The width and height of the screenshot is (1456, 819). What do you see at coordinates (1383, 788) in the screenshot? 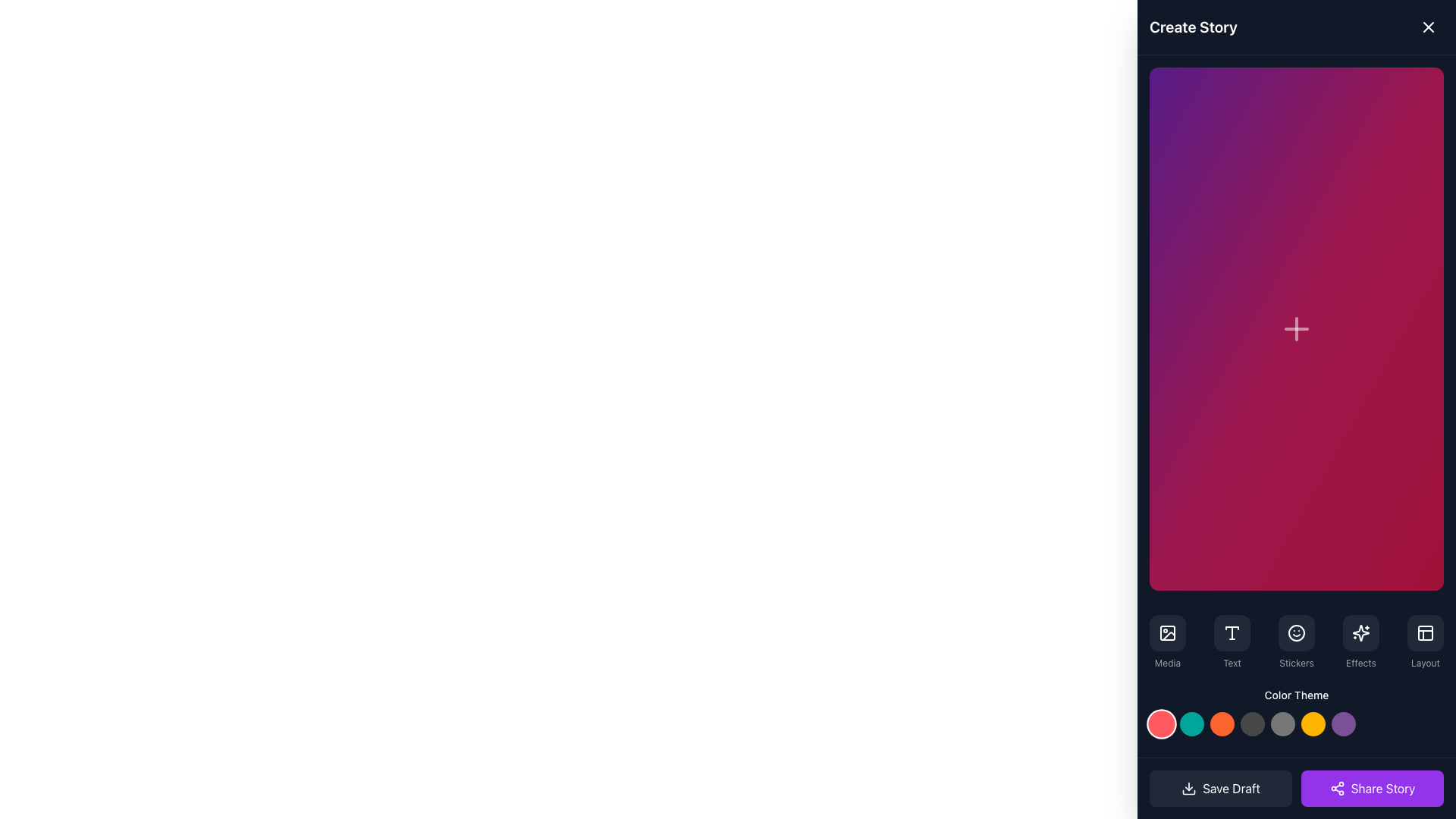
I see `the text label within the purple button located at the bottom-right corner of the interface` at bounding box center [1383, 788].